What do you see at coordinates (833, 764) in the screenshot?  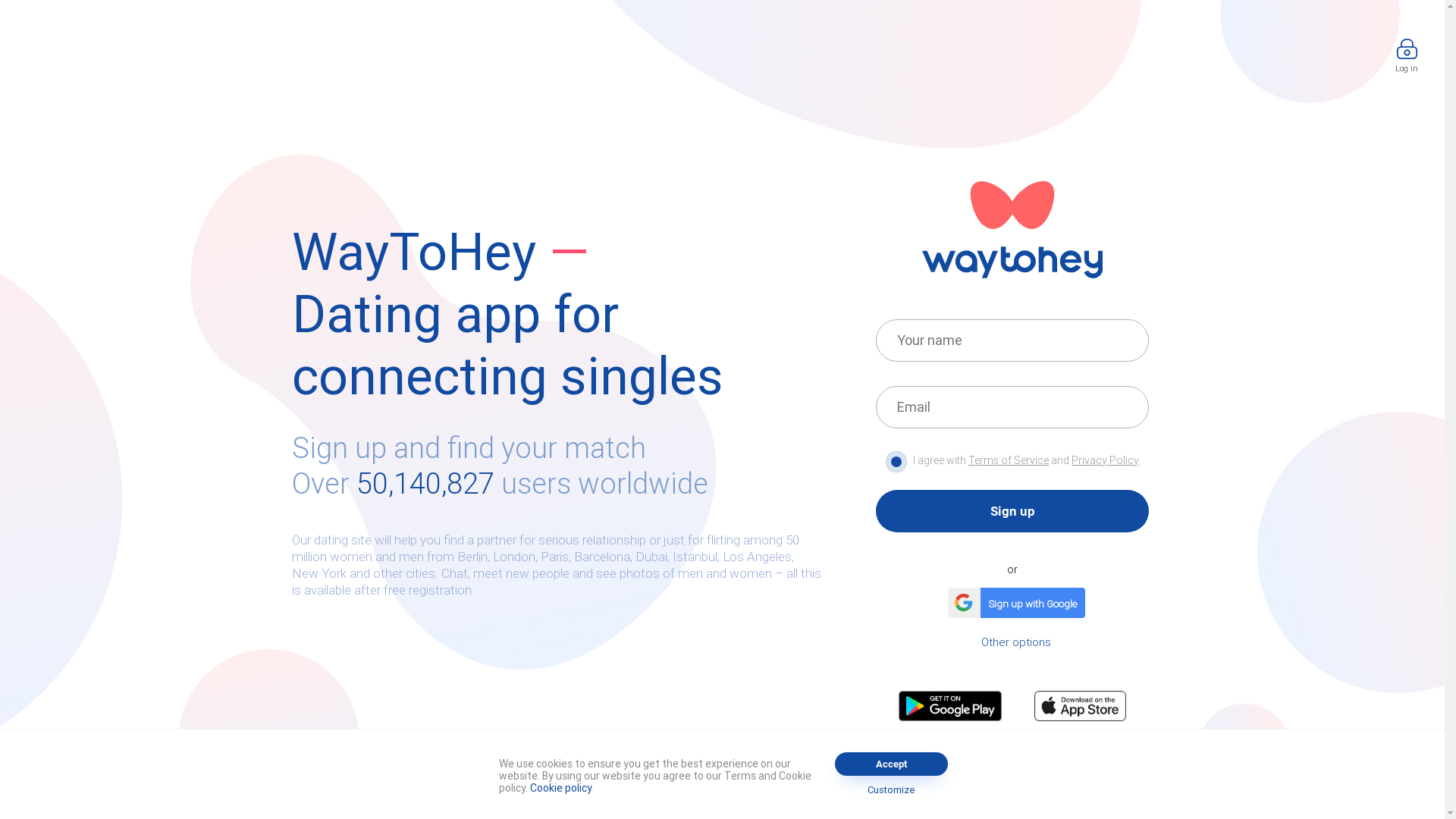 I see `'Accept'` at bounding box center [833, 764].